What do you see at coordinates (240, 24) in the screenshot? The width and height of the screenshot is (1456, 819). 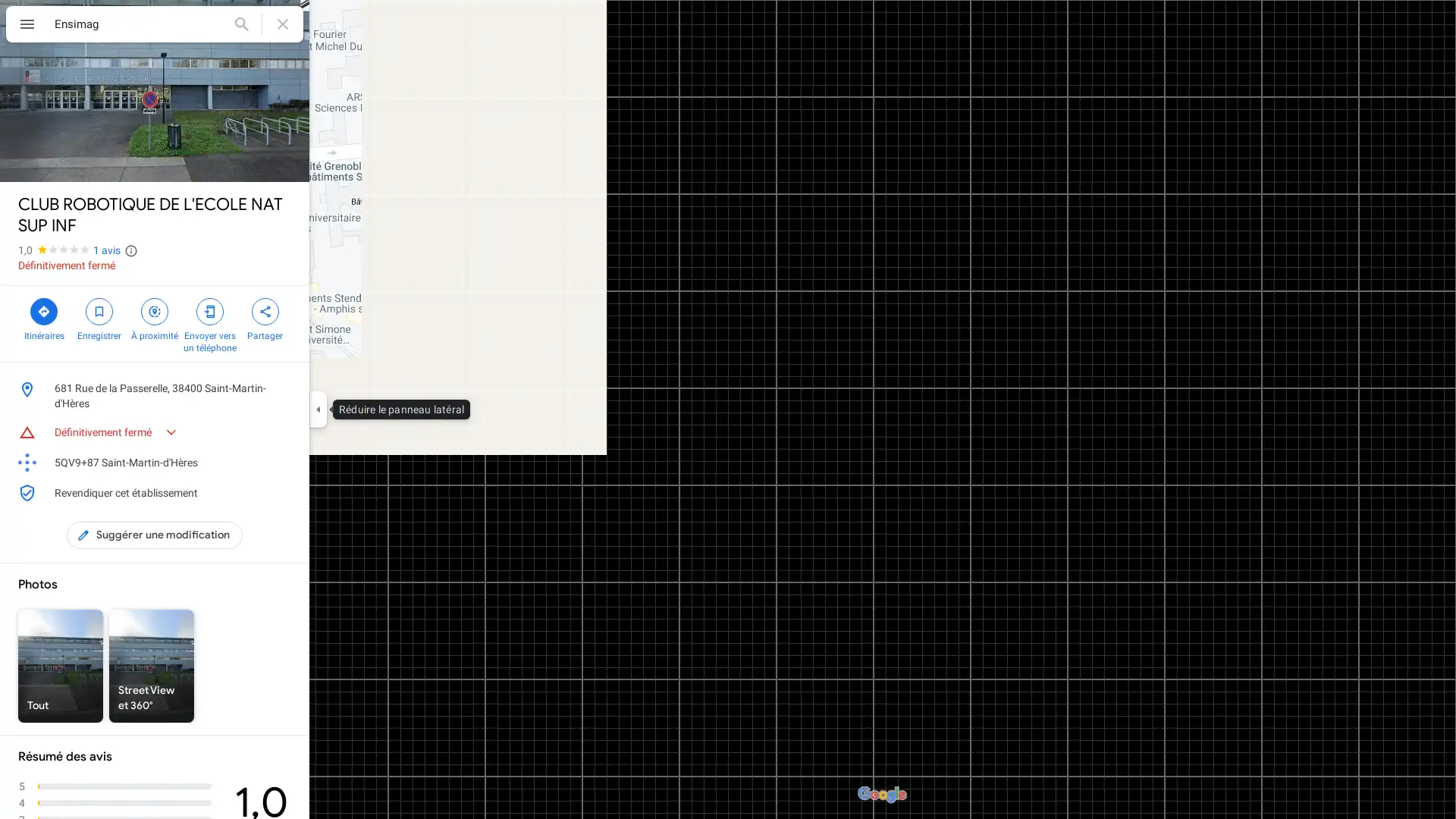 I see `Rechercher` at bounding box center [240, 24].